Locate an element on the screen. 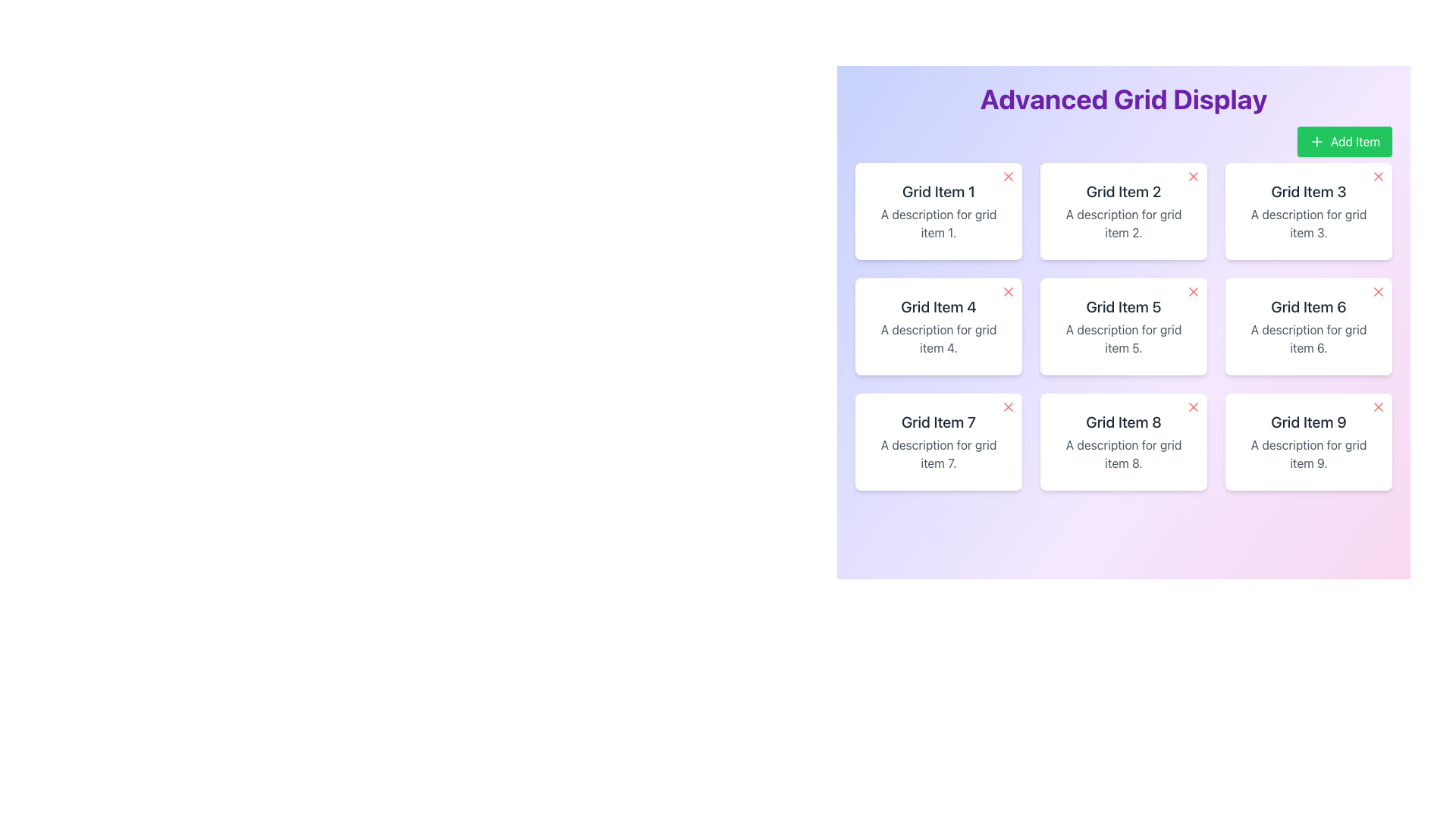 The height and width of the screenshot is (819, 1456). the static text displaying 'Grid Item 7', which is located in the first column of the second row in a 3x3 grid layout, centered within a white tile is located at coordinates (938, 422).